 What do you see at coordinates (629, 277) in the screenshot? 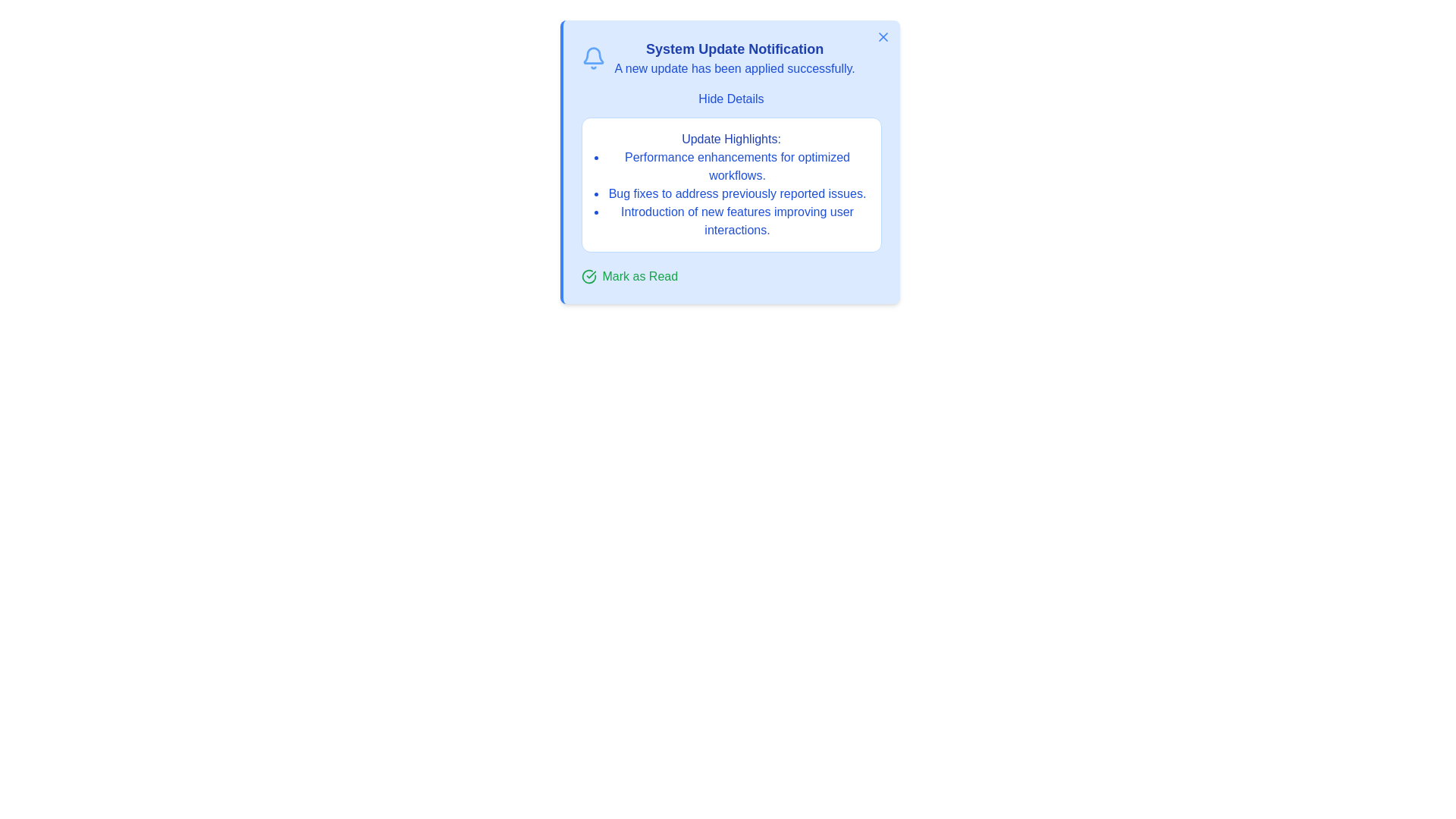
I see `the 'Mark as Read' button to mark the notification as read` at bounding box center [629, 277].